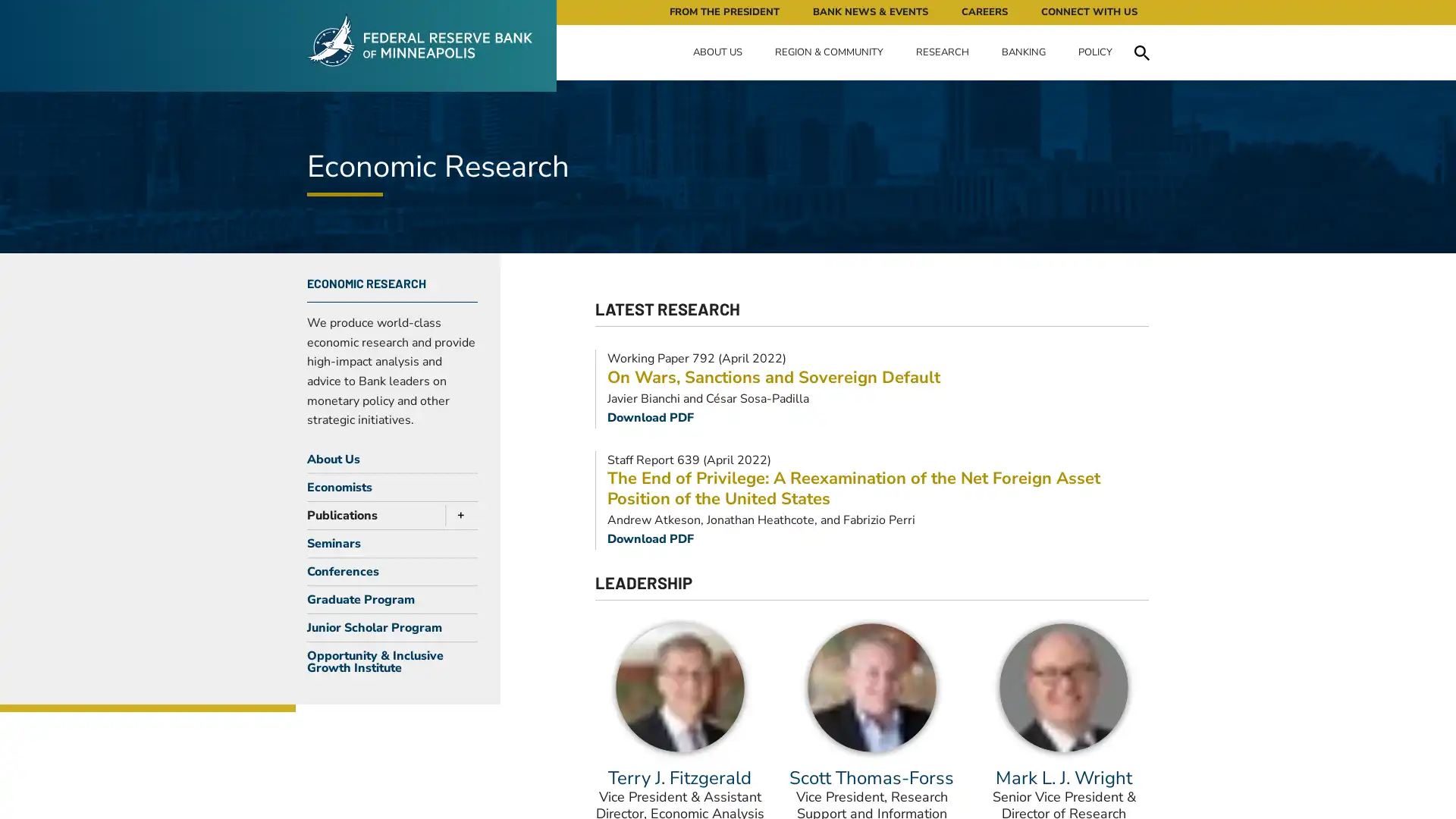 The image size is (1456, 819). What do you see at coordinates (1141, 52) in the screenshot?
I see `Toggle Search` at bounding box center [1141, 52].